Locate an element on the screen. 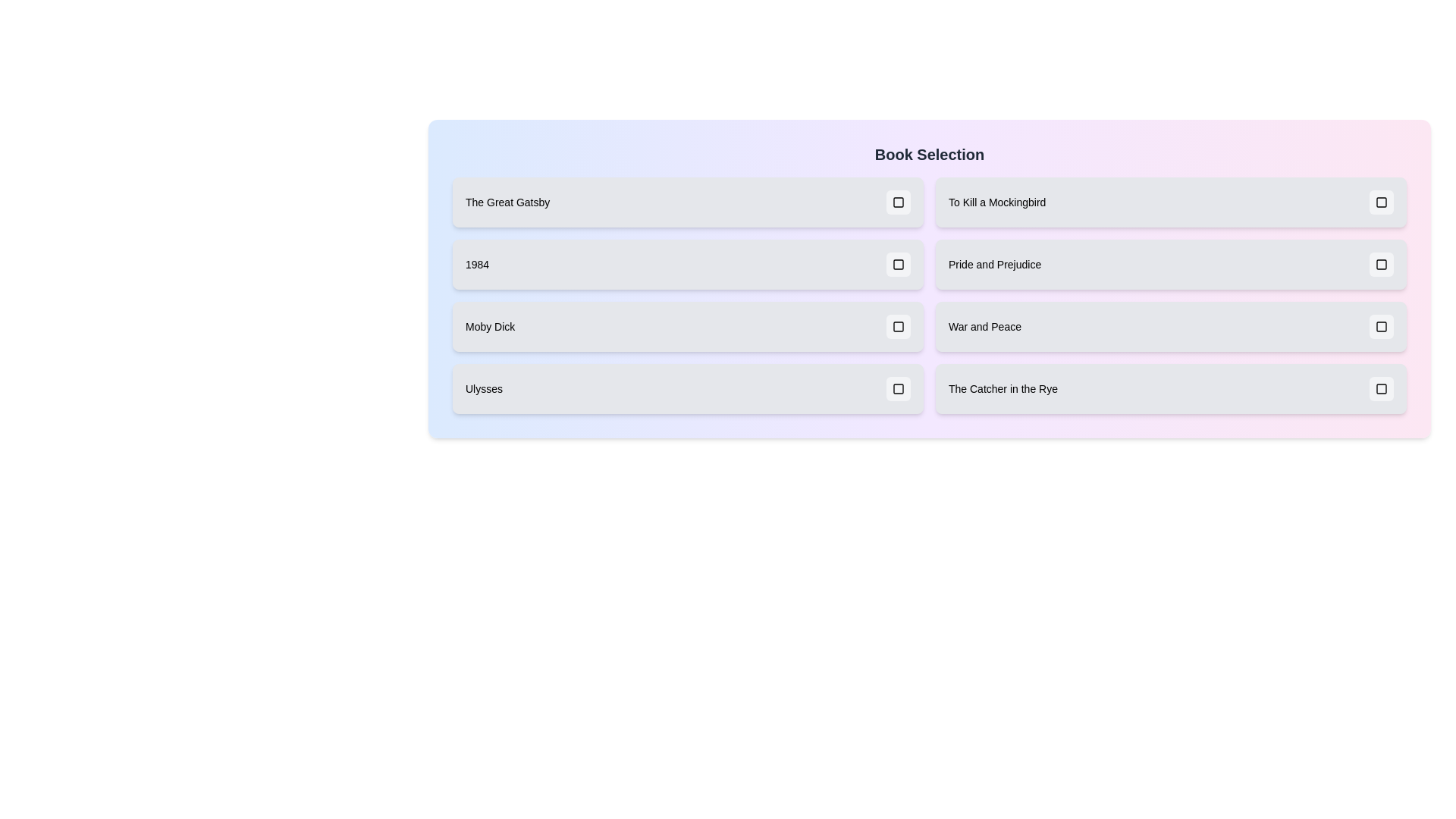 This screenshot has width=1456, height=819. the book item labeled 'Pride and Prejudice' to observe its visual transition is located at coordinates (1170, 263).